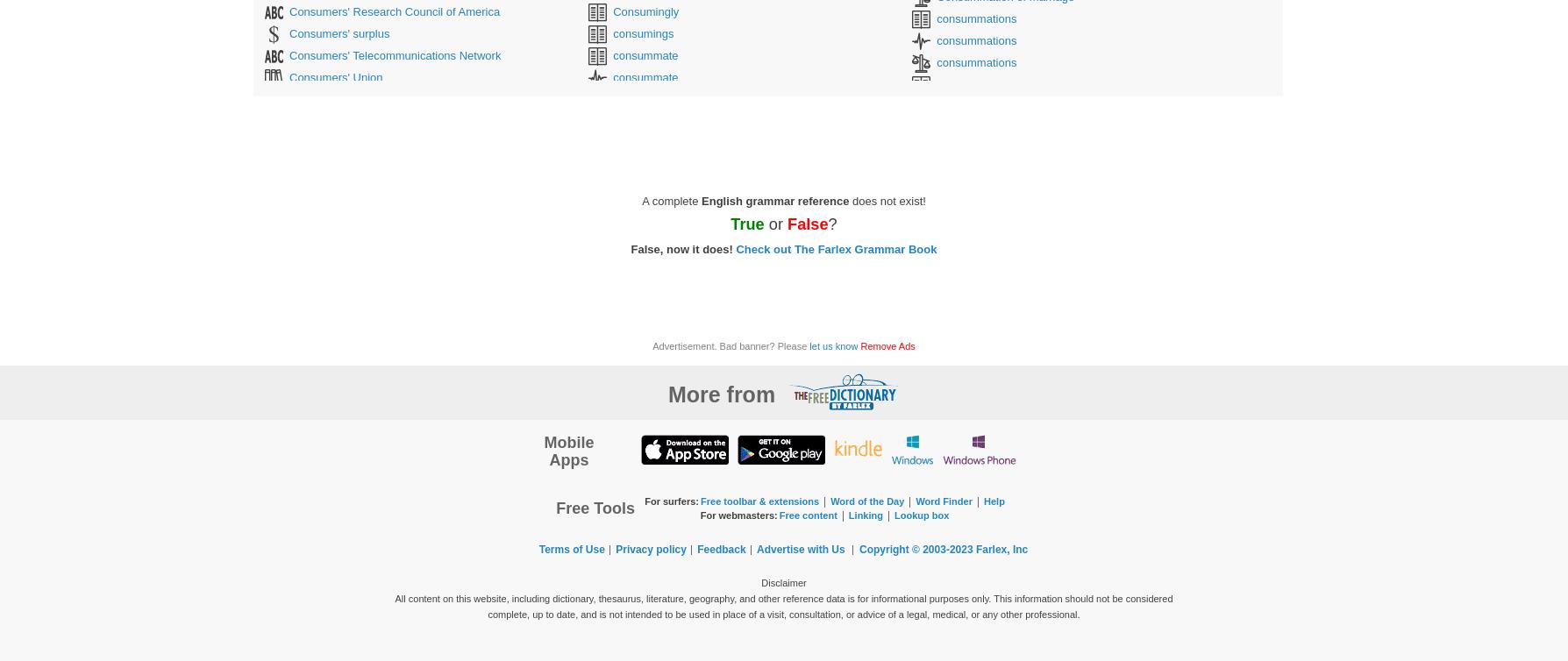  I want to click on 'Privacy policy', so click(650, 549).